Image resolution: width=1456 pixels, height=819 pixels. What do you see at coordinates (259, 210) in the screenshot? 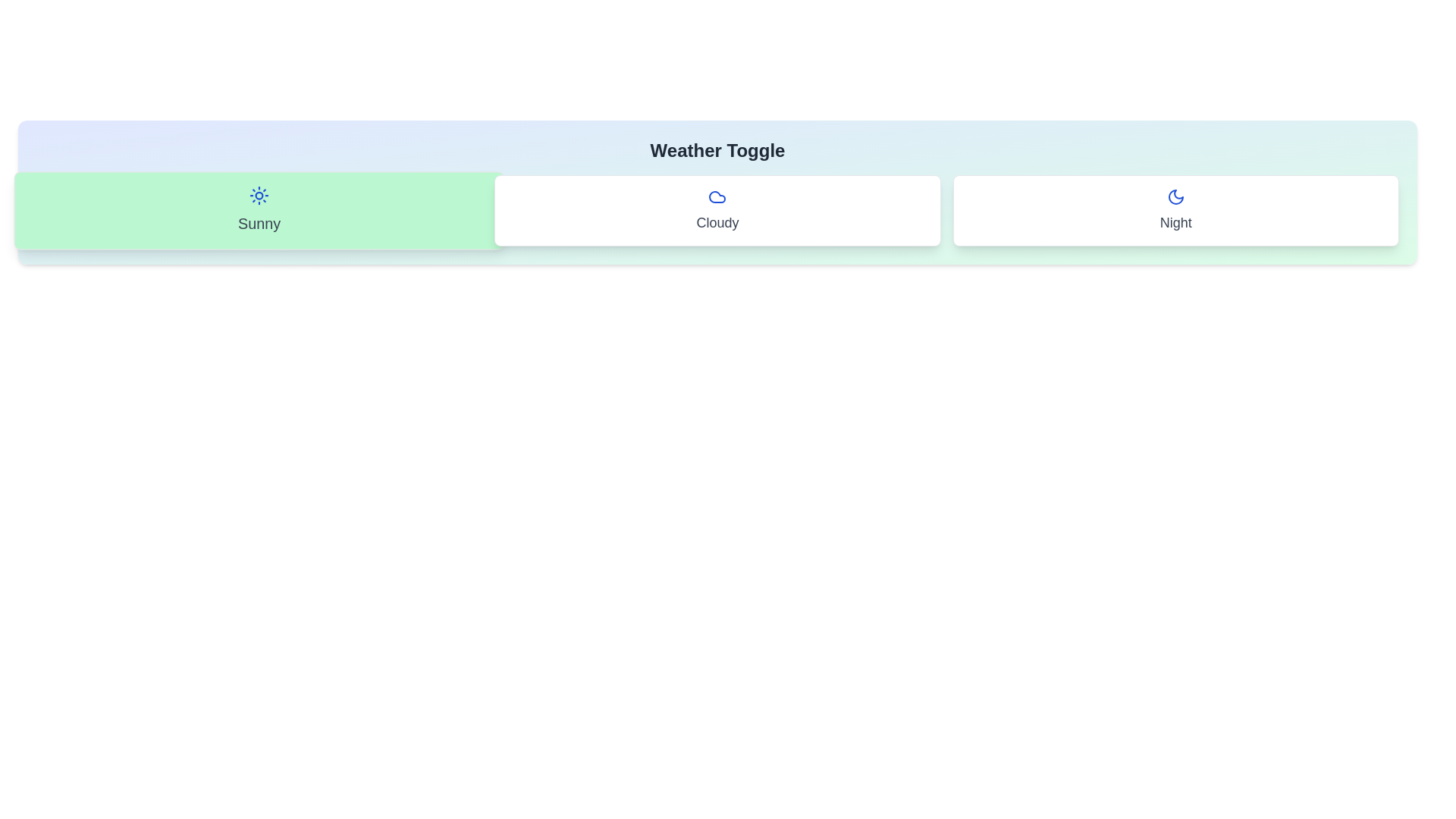
I see `the 'Sunny' button to toggle its state` at bounding box center [259, 210].